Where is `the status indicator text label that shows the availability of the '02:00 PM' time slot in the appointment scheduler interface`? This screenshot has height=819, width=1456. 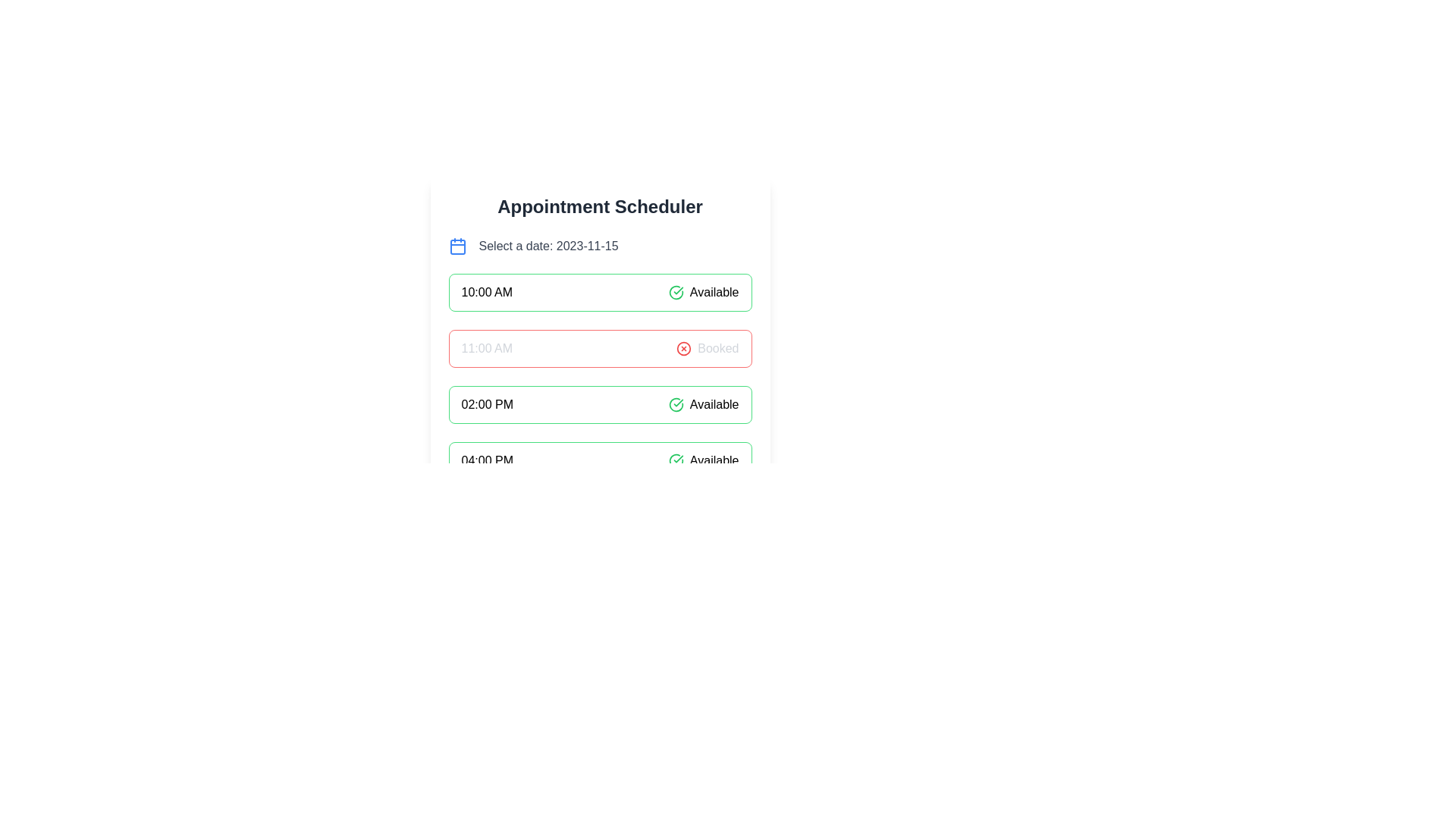
the status indicator text label that shows the availability of the '02:00 PM' time slot in the appointment scheduler interface is located at coordinates (714, 403).